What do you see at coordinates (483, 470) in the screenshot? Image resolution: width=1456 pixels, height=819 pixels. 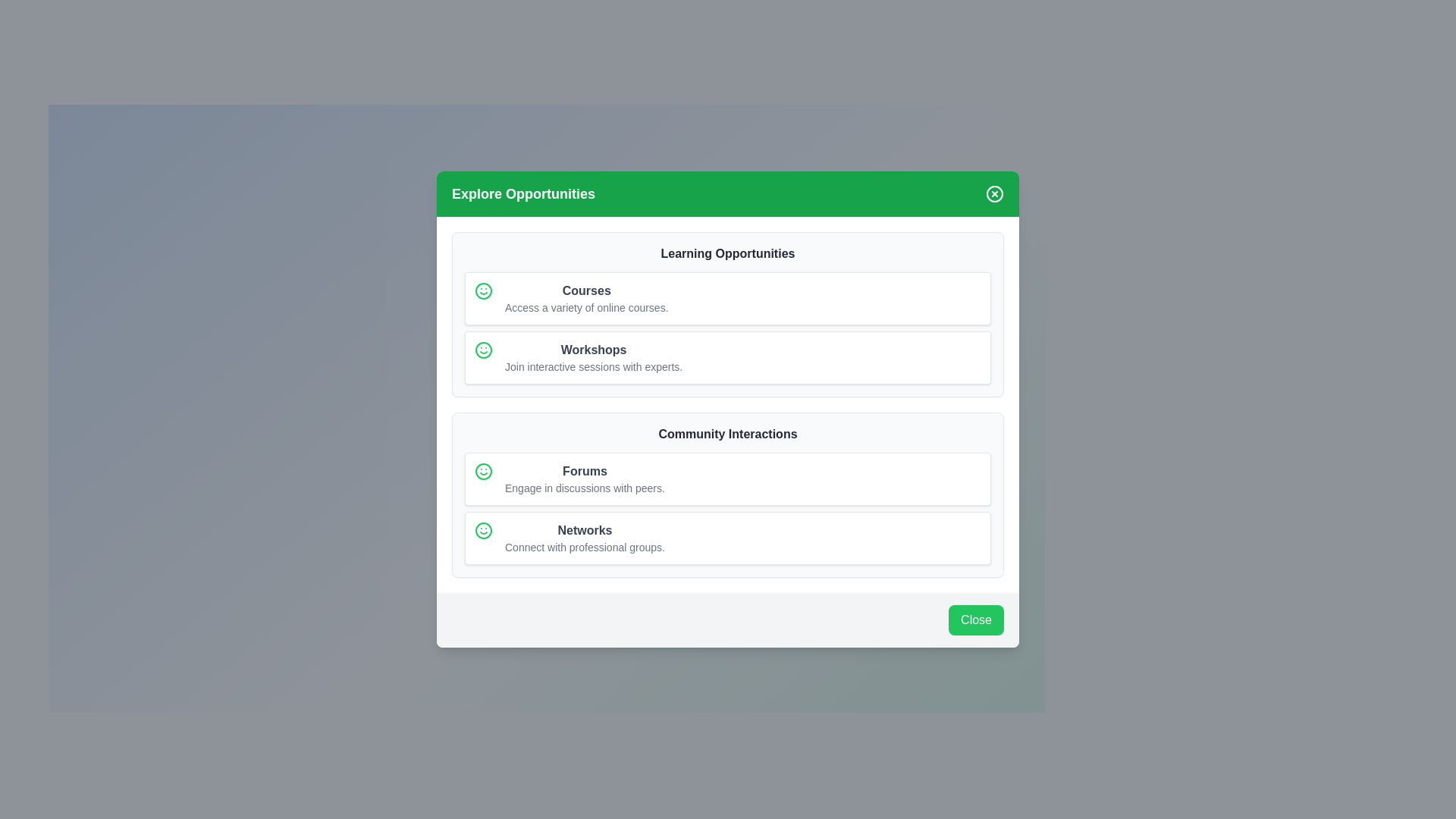 I see `the green circle icon with a smiley face, which is part of the 'Learning Opportunities' module, located to the left of the 'Courses' text` at bounding box center [483, 470].